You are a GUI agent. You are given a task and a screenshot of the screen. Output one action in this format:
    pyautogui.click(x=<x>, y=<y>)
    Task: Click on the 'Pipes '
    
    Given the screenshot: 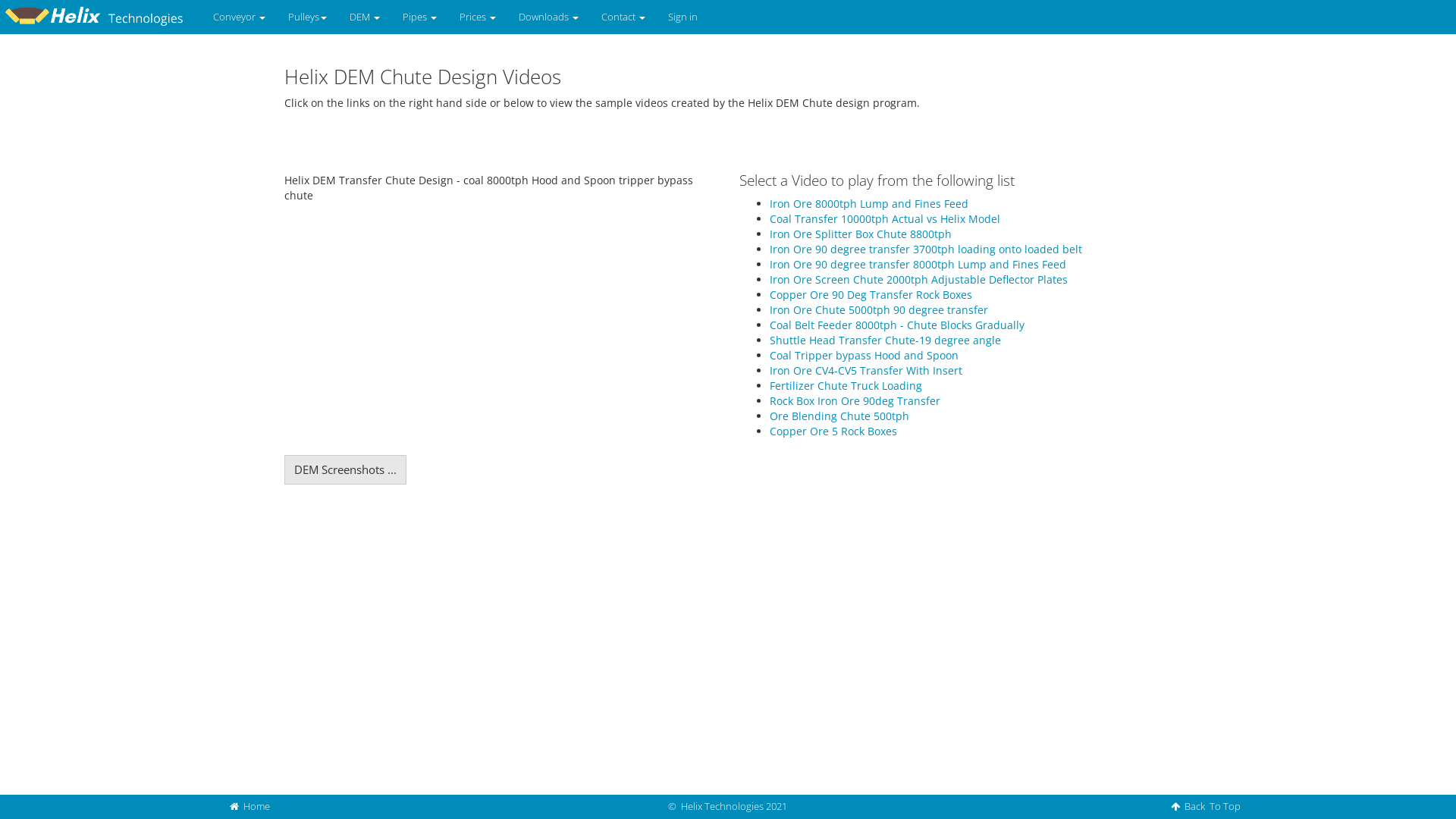 What is the action you would take?
    pyautogui.click(x=419, y=17)
    